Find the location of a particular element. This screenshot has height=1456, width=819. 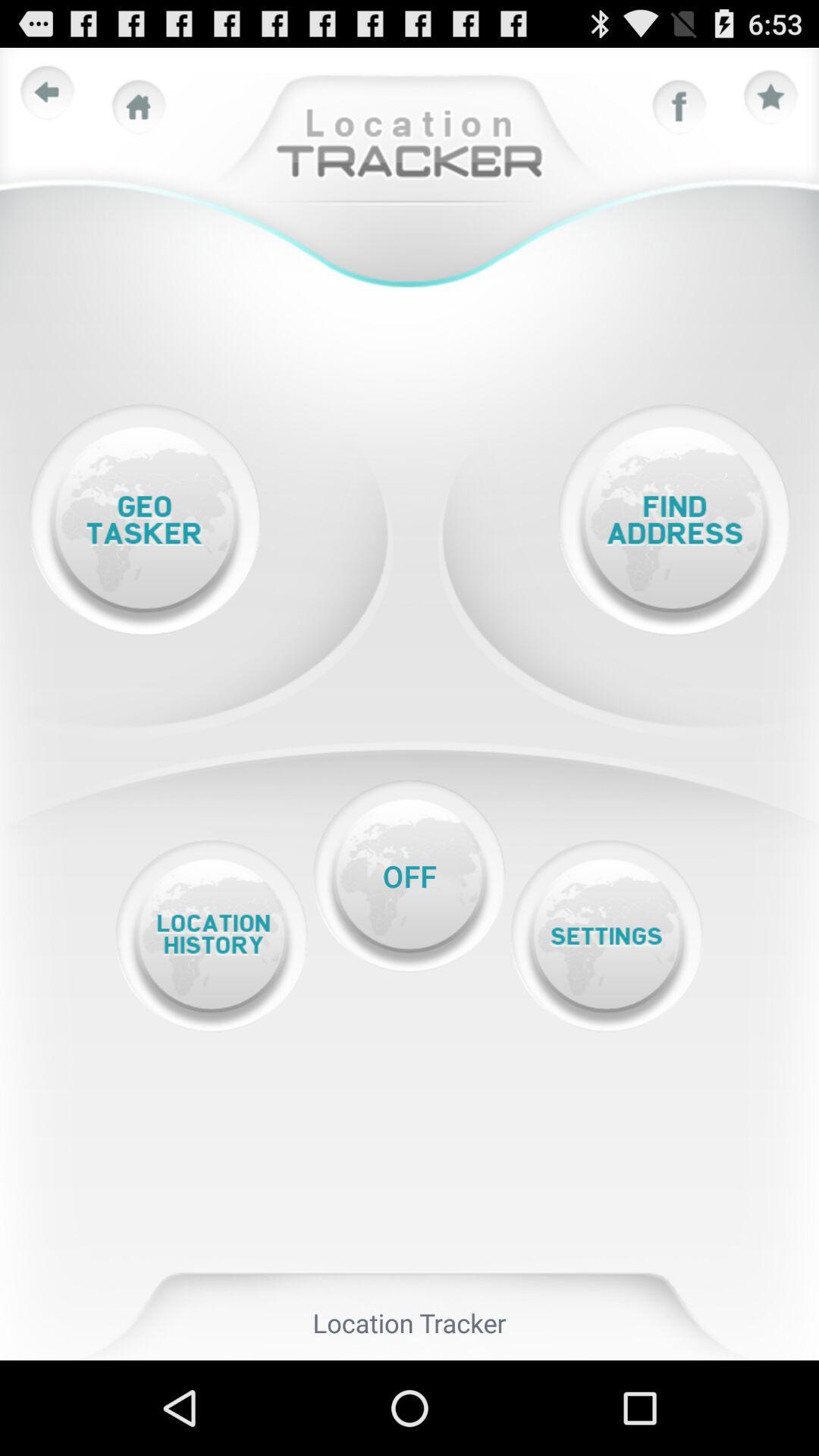

previous is located at coordinates (46, 93).